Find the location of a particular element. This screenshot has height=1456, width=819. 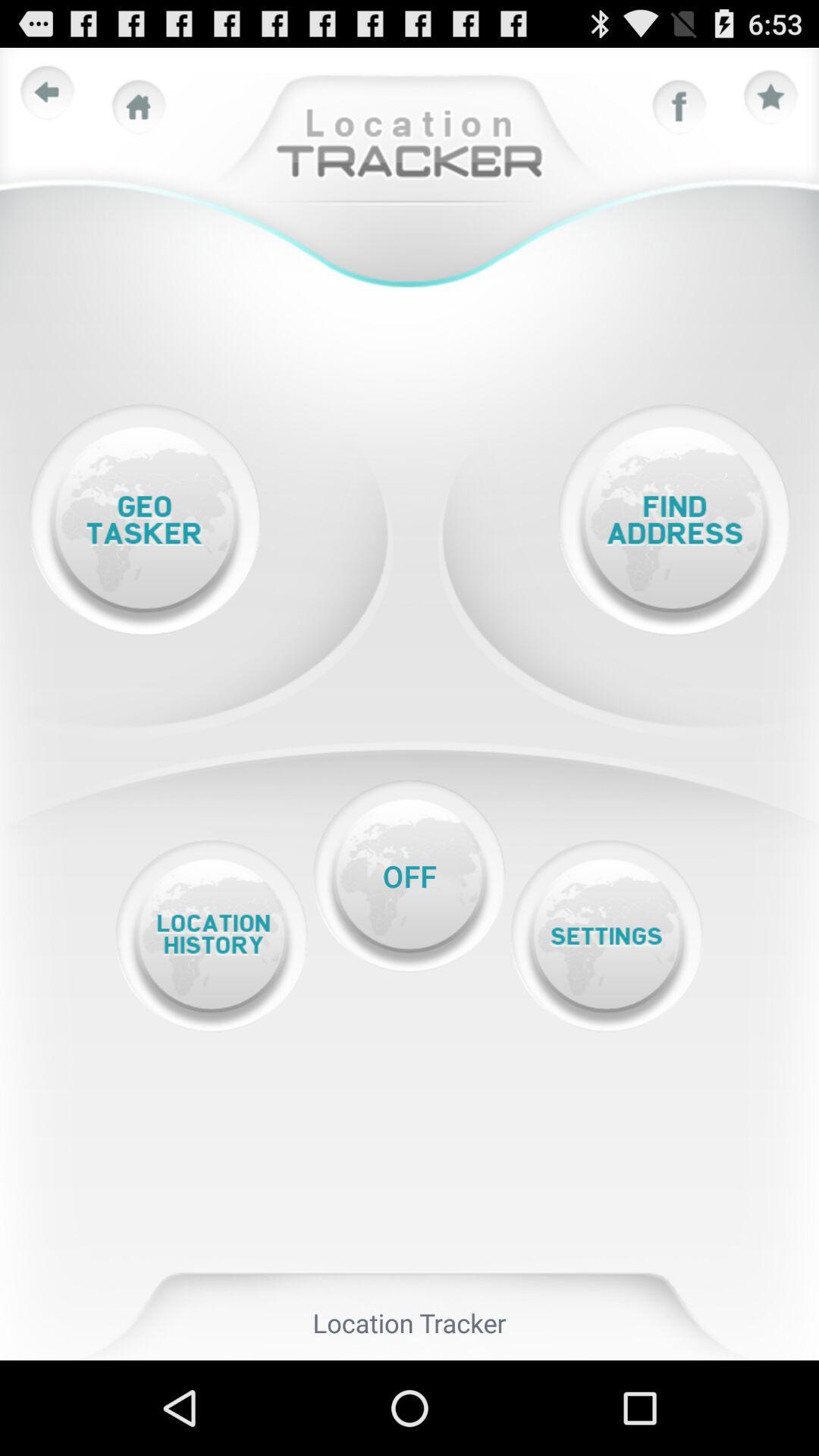

previous is located at coordinates (46, 93).